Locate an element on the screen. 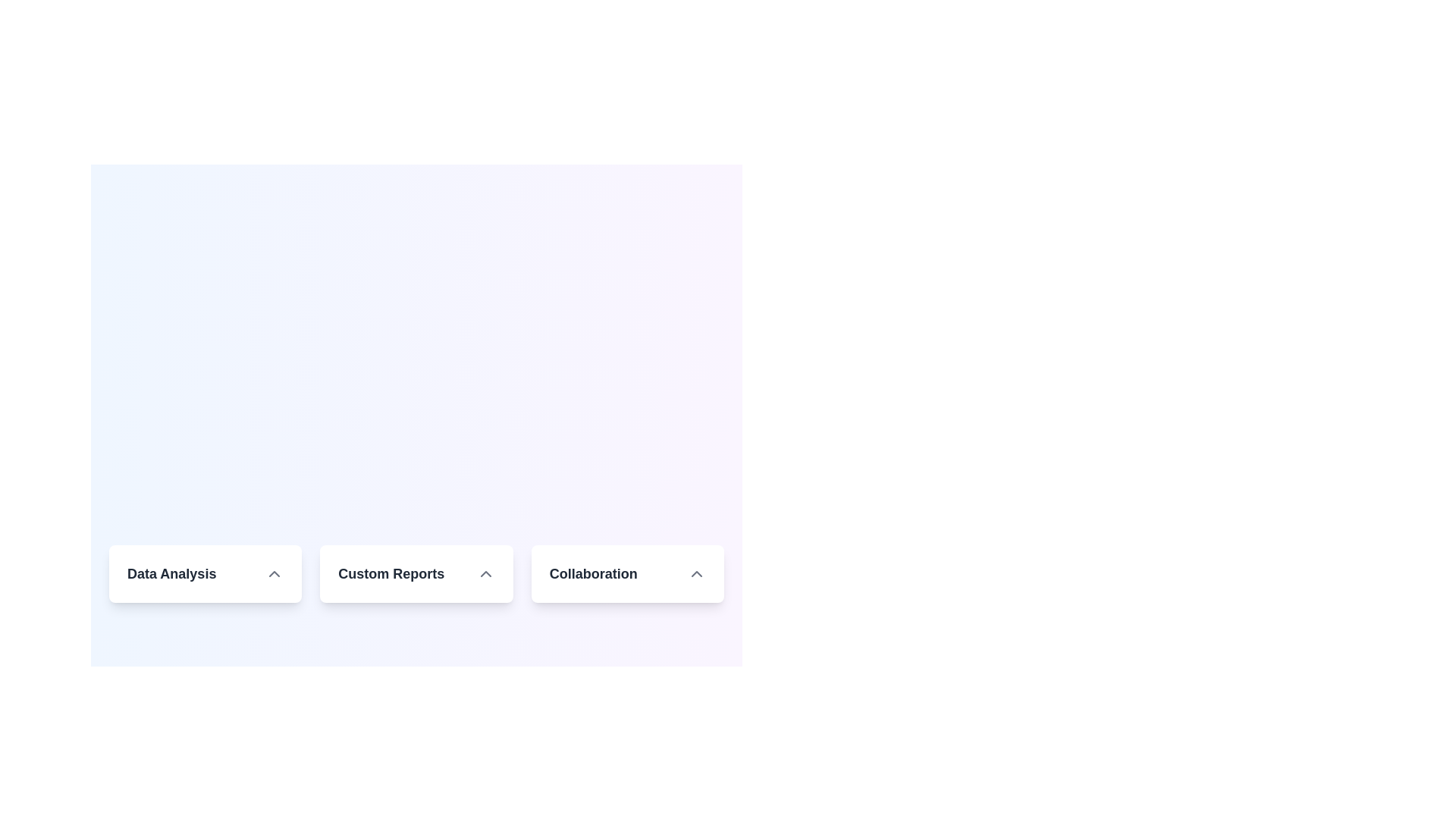  the 'Custom Reports' button, which is a collapsible content panel trigger with an upward chevron icon is located at coordinates (416, 573).